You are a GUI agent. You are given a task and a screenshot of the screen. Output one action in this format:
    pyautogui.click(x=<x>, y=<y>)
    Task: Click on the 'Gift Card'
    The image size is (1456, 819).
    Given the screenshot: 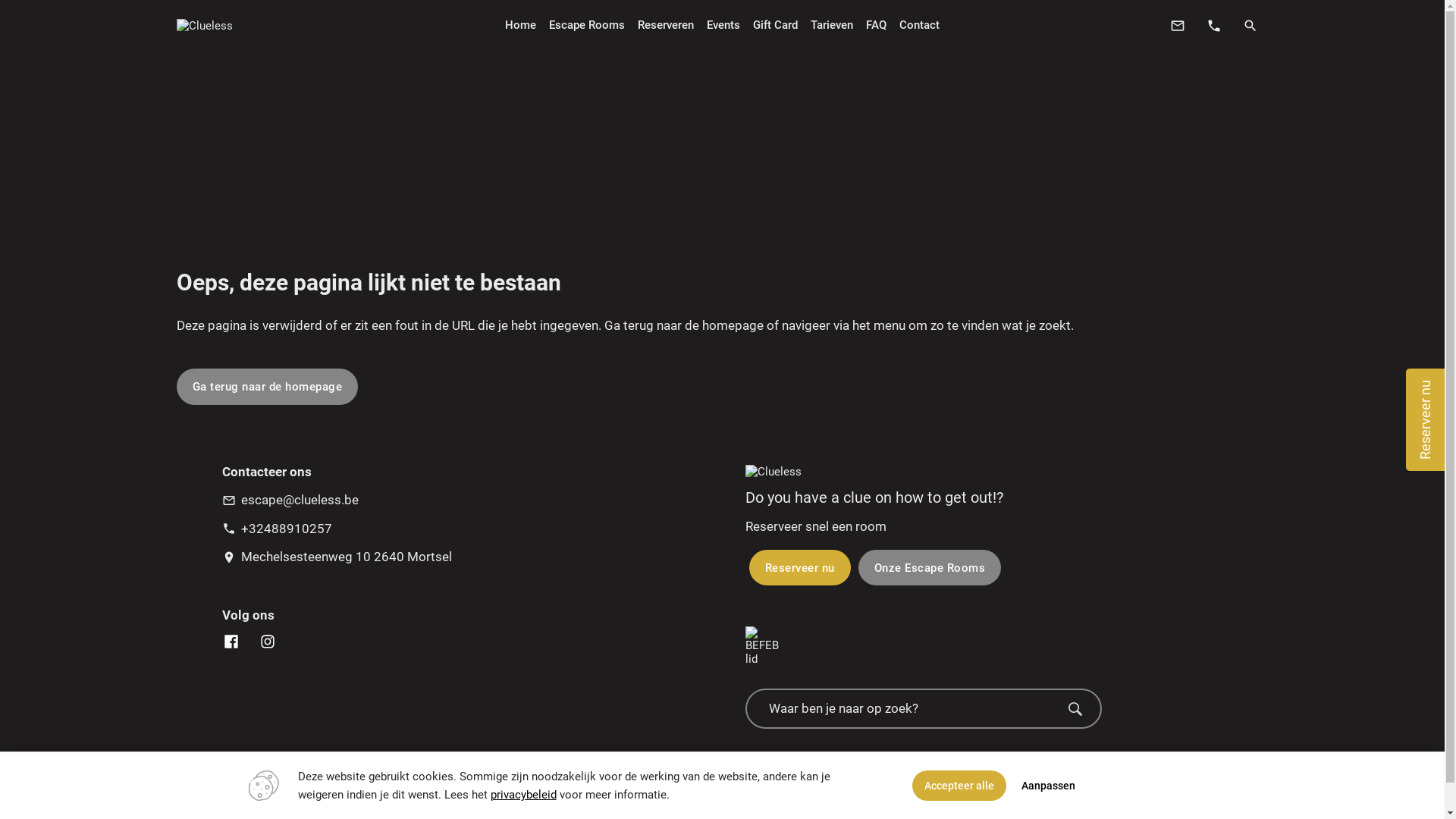 What is the action you would take?
    pyautogui.click(x=775, y=24)
    